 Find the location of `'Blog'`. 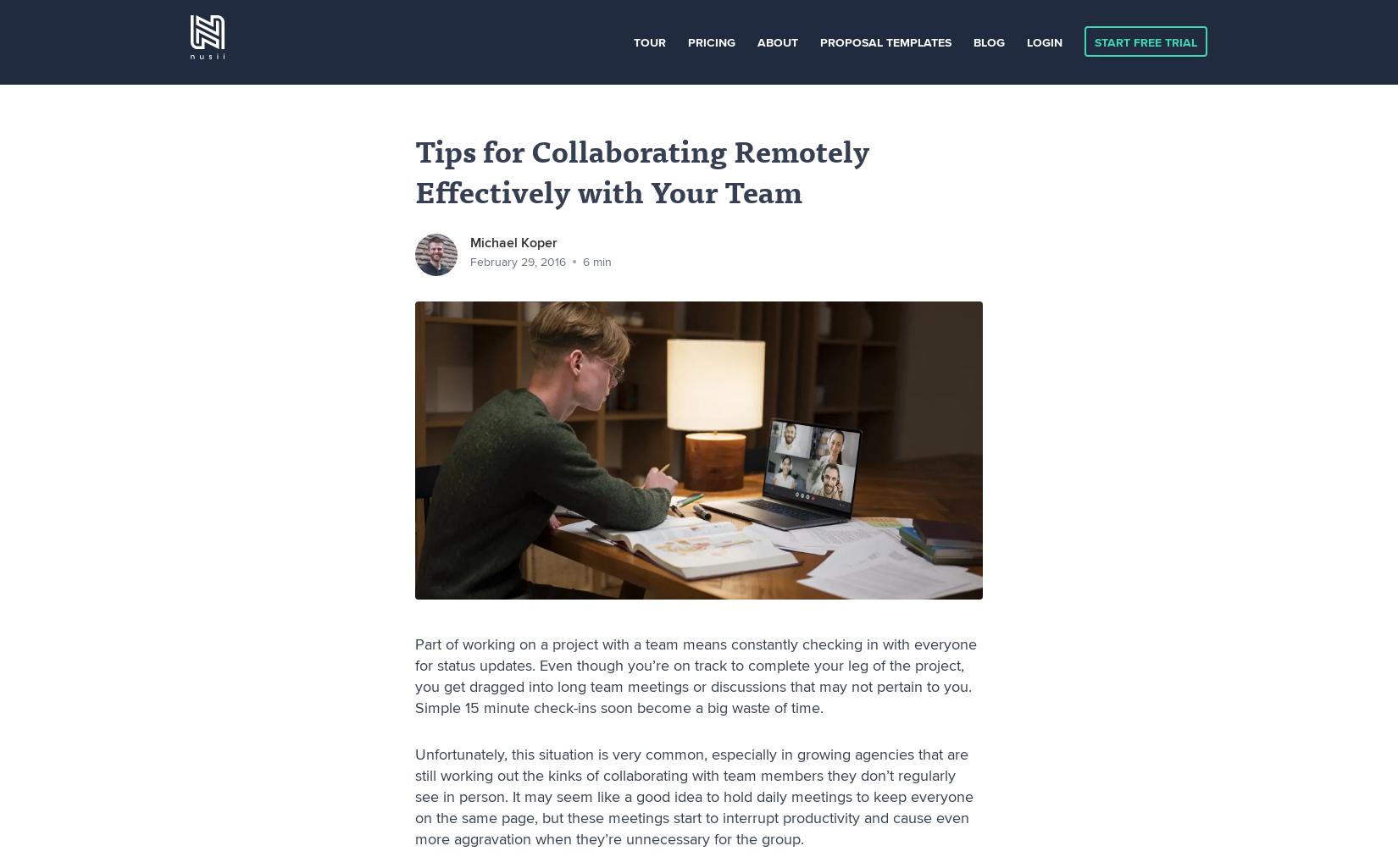

'Blog' is located at coordinates (989, 41).